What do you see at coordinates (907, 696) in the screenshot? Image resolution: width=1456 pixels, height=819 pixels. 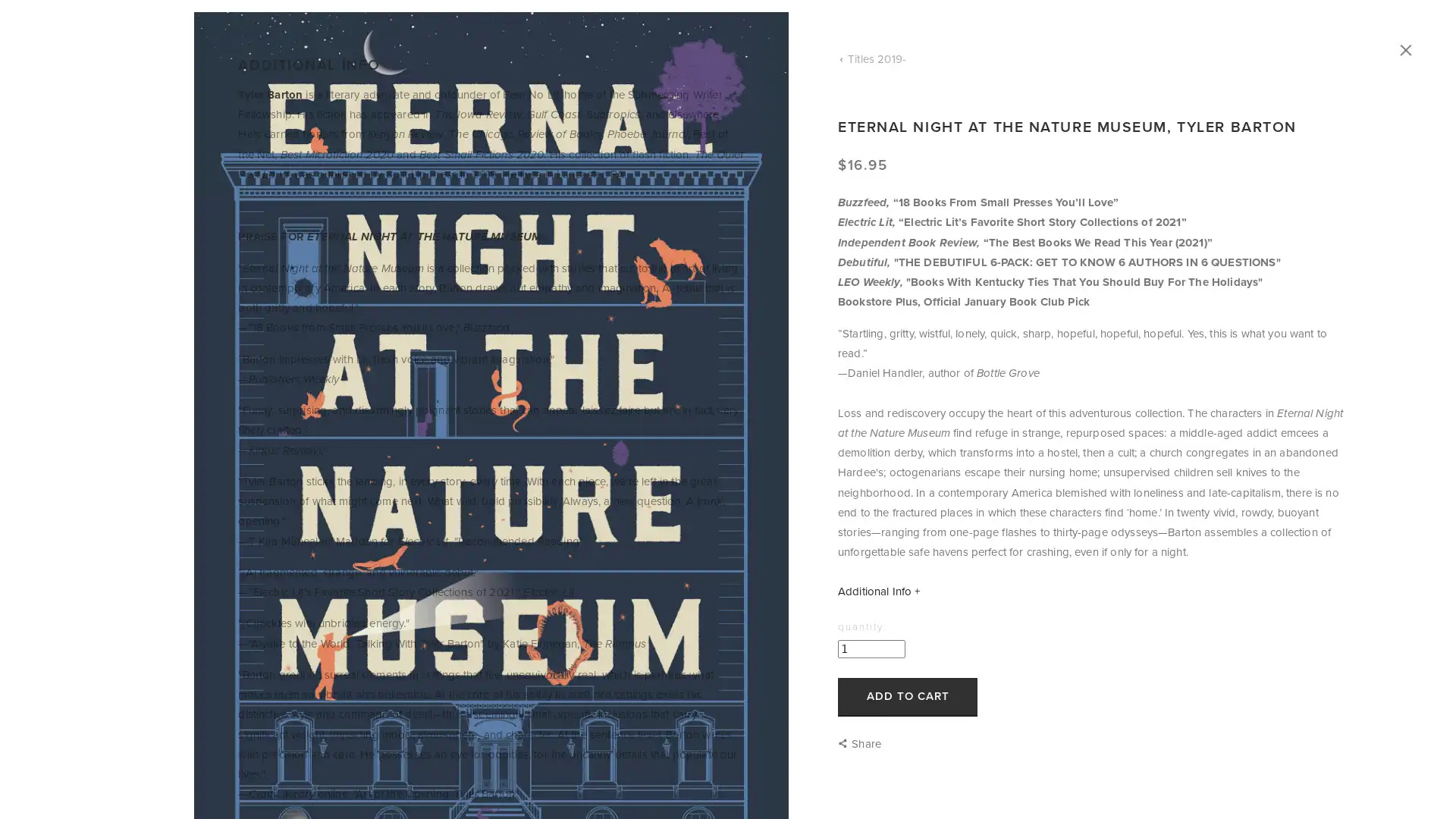 I see `ADD TO CART` at bounding box center [907, 696].